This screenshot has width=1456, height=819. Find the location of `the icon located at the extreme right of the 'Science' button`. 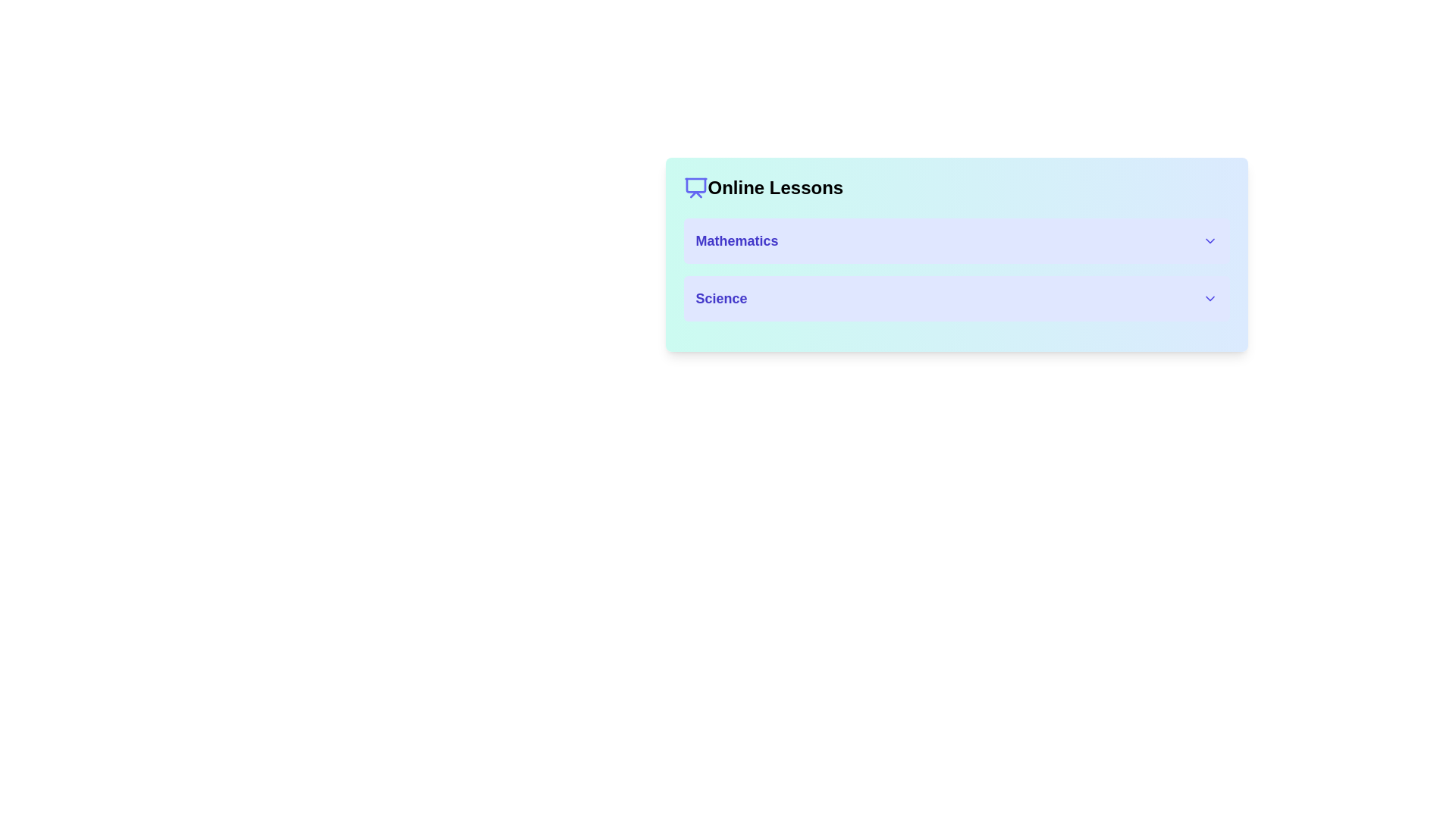

the icon located at the extreme right of the 'Science' button is located at coordinates (1209, 298).